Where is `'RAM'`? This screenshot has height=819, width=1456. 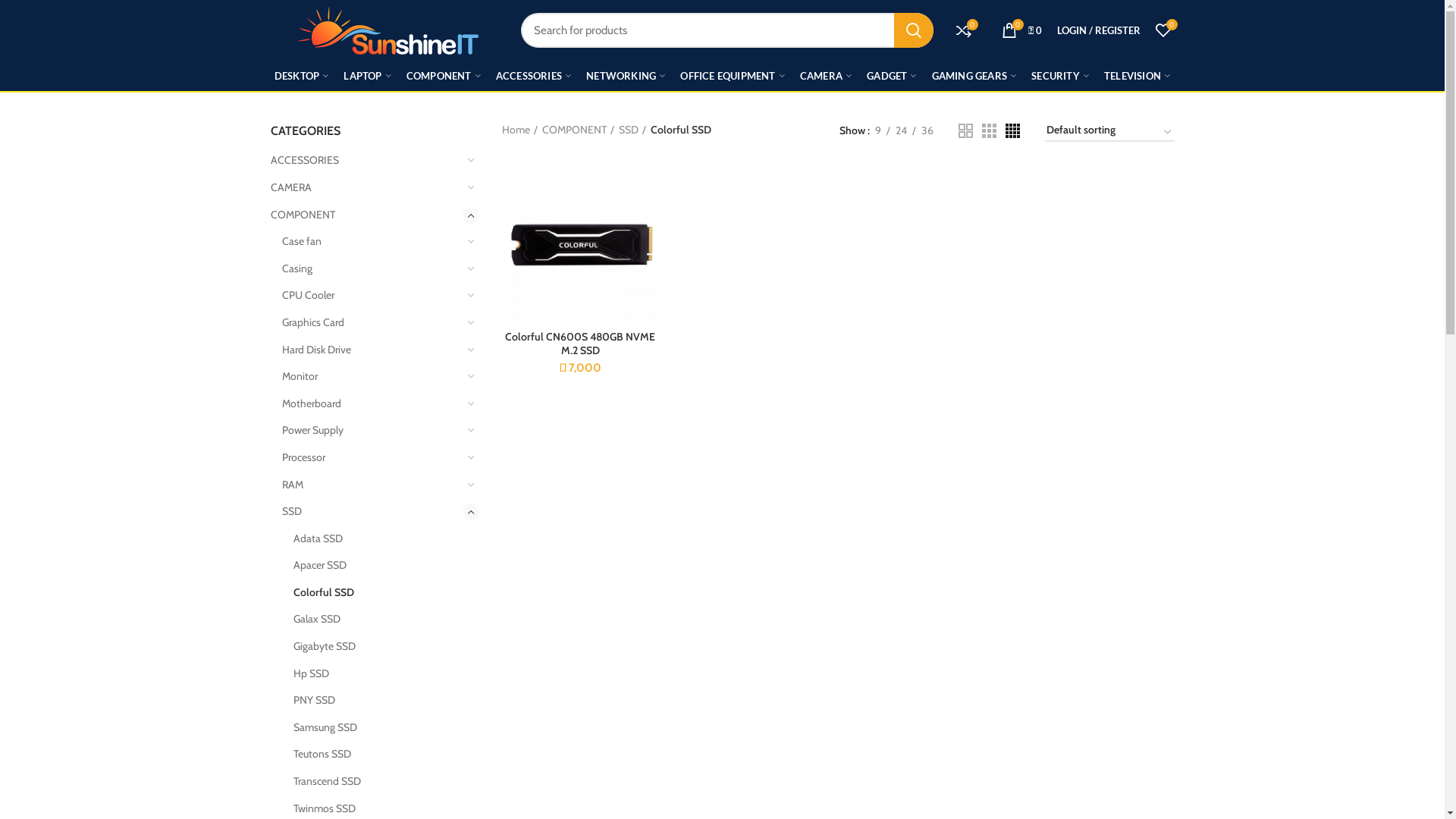
'RAM' is located at coordinates (371, 485).